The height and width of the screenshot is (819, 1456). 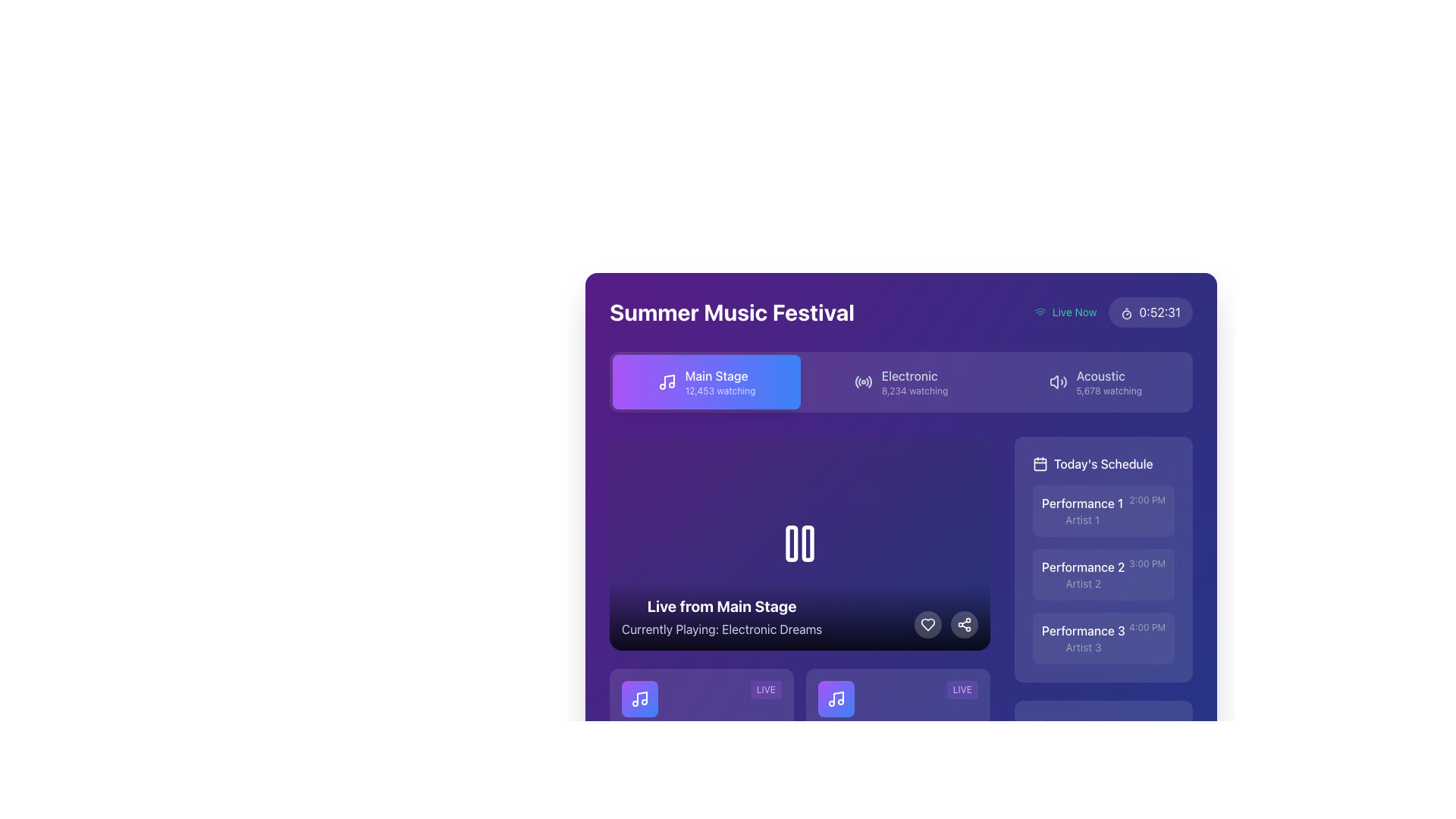 I want to click on text label that serves as a title for a scheduled performance, located at the top of the 'Today's Schedule' section, directly above the text displaying 'Artist 1', so click(x=1081, y=503).